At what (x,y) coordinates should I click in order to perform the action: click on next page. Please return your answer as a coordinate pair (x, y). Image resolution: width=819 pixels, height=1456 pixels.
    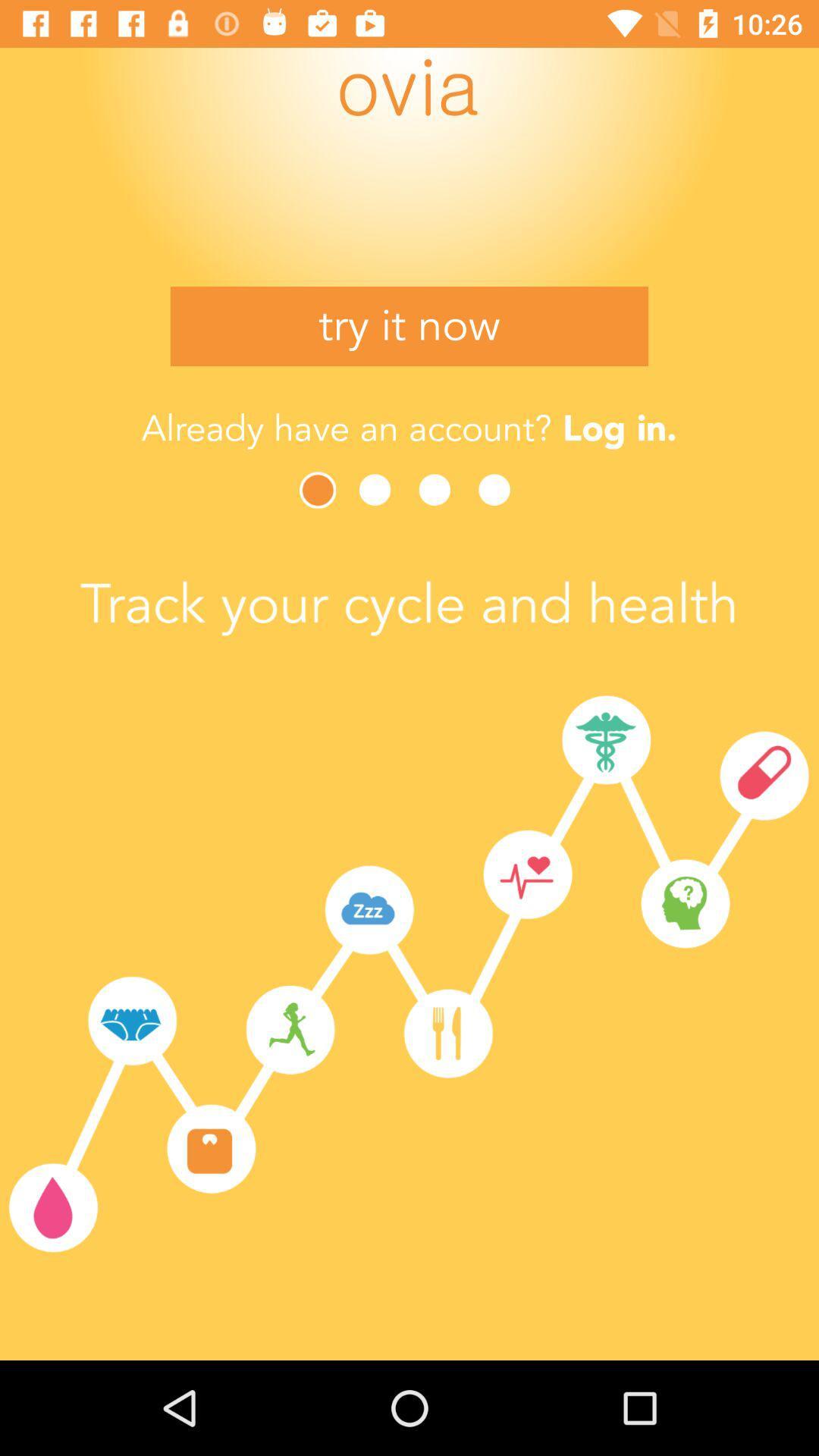
    Looking at the image, I should click on (378, 490).